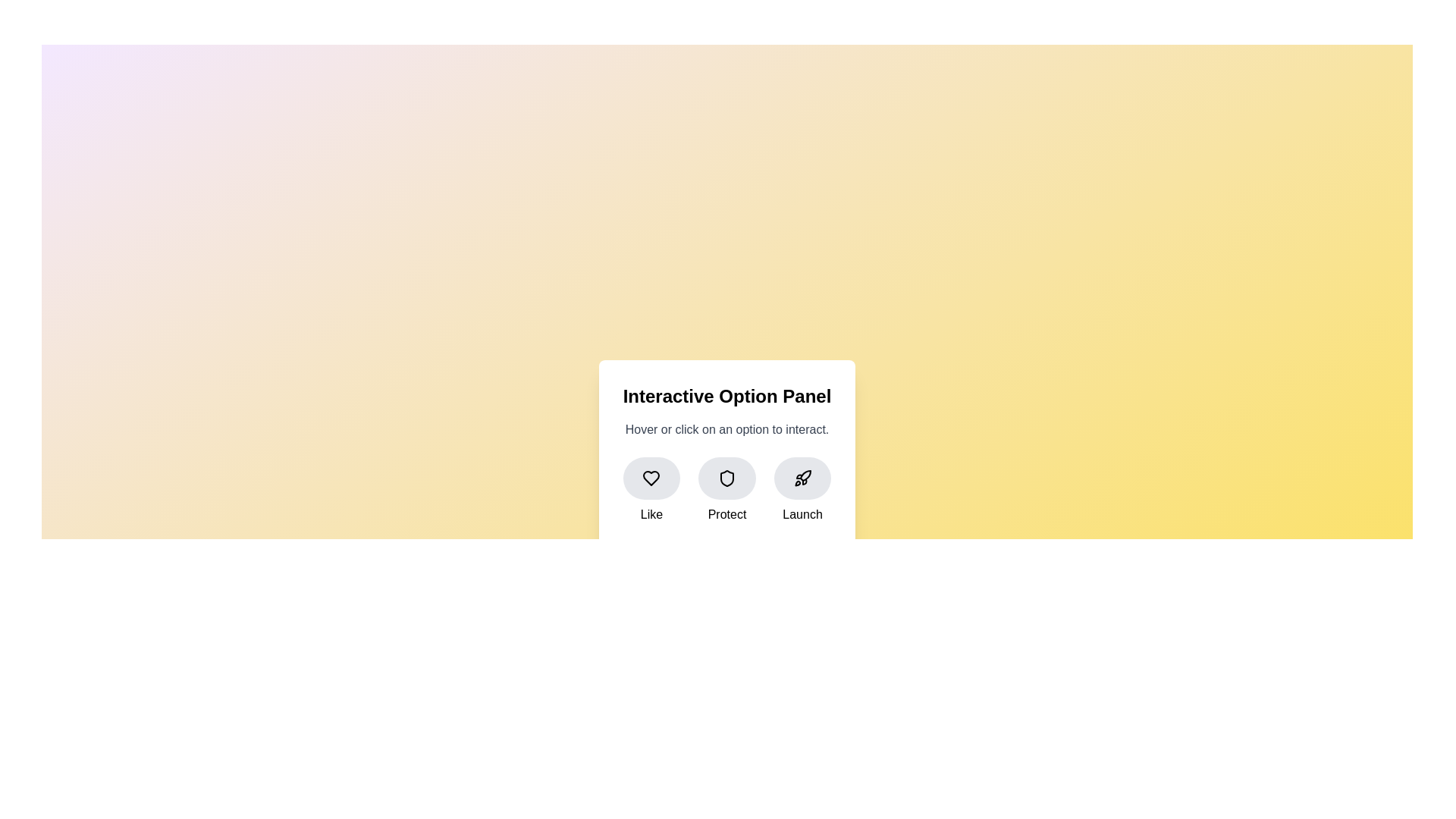 Image resolution: width=1456 pixels, height=819 pixels. What do you see at coordinates (802, 479) in the screenshot?
I see `the 'Launch' icon located inside the rounded button at the far-right position of the horizontal set of buttons` at bounding box center [802, 479].